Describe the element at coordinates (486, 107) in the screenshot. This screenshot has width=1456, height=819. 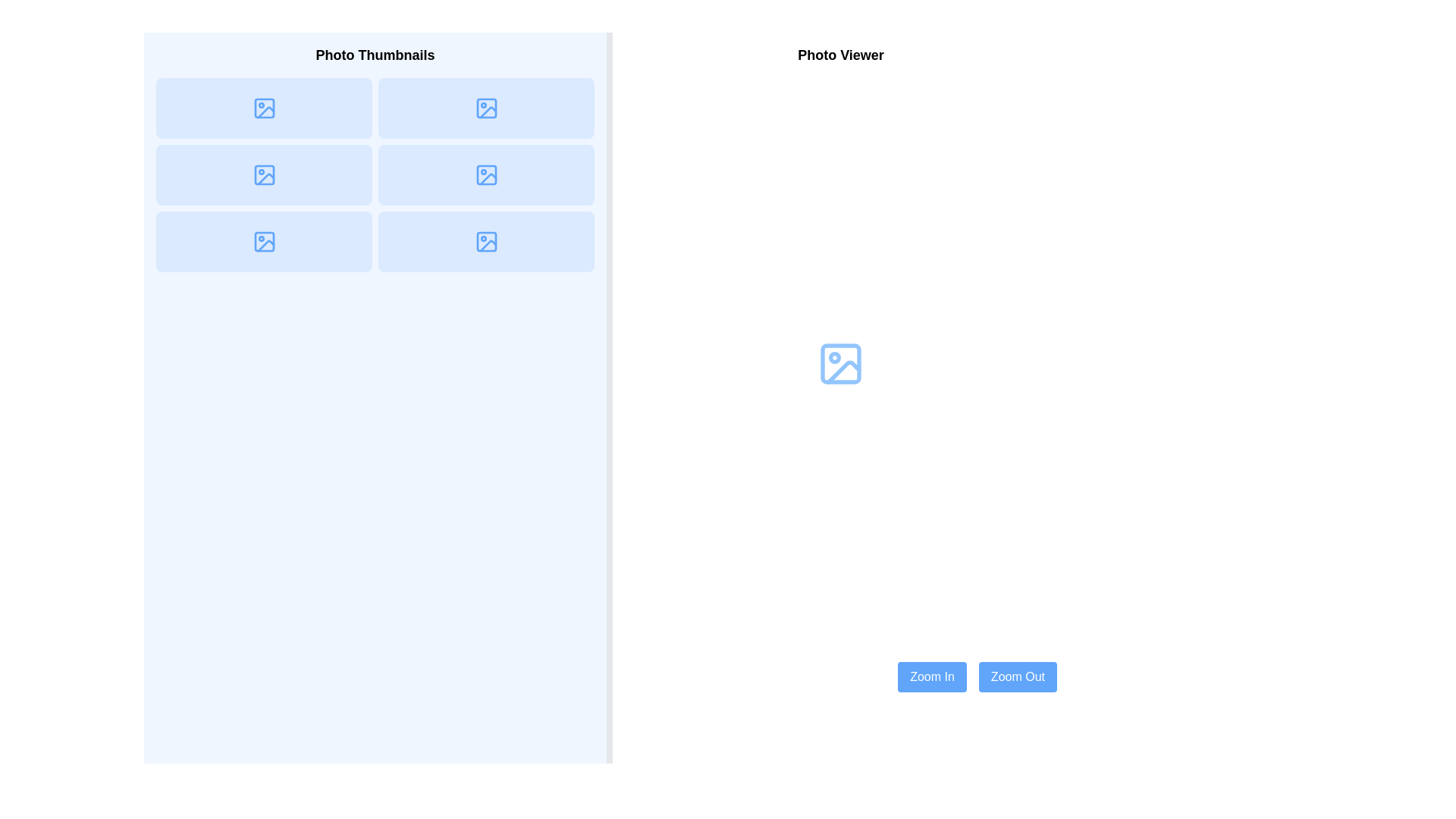
I see `the small, square decorative shape located at the top-left corner of the icon-like rectangle in the second thumbnail of the first row in the 'Photo Thumbnails' panel` at that location.